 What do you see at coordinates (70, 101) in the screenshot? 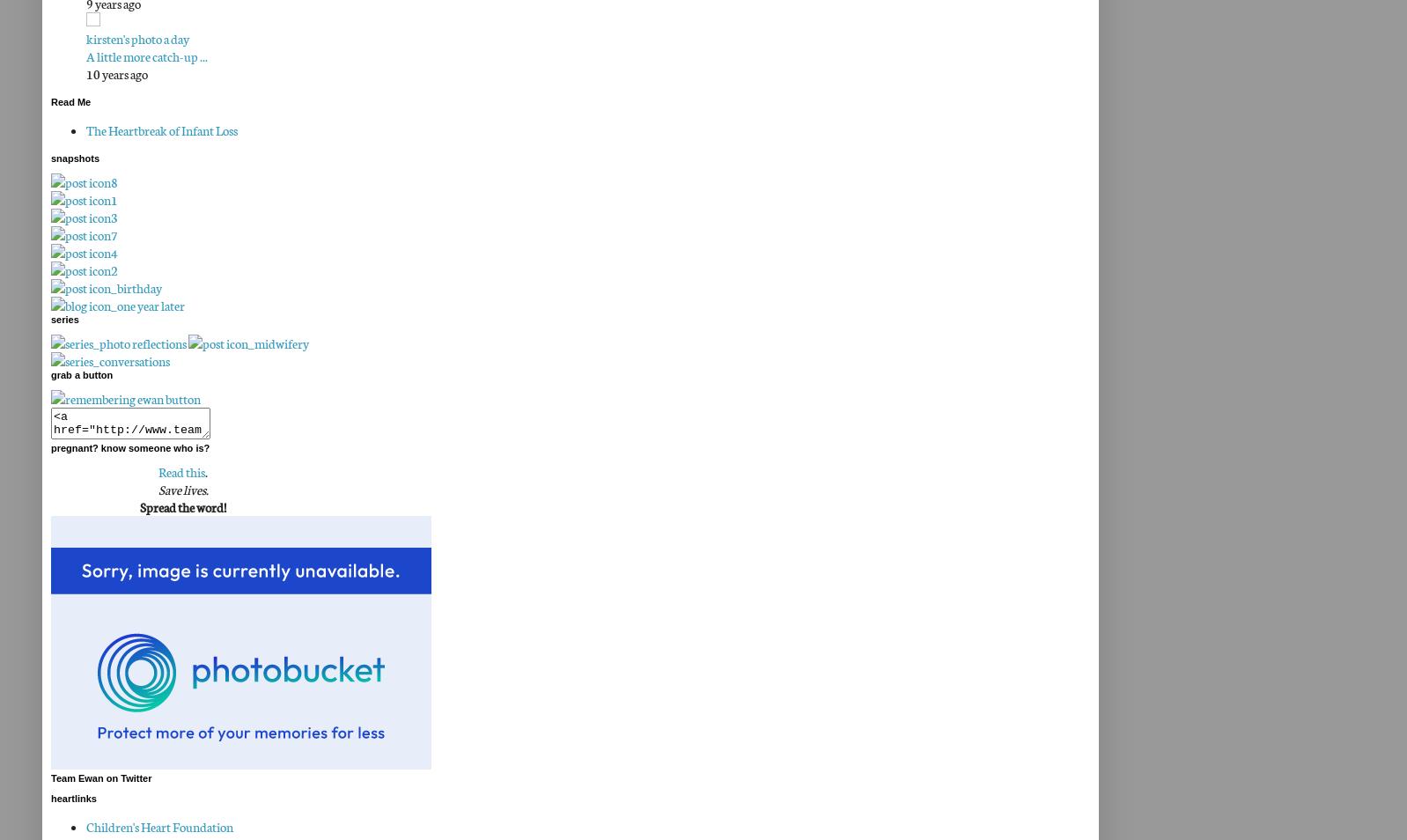
I see `'Read Me'` at bounding box center [70, 101].